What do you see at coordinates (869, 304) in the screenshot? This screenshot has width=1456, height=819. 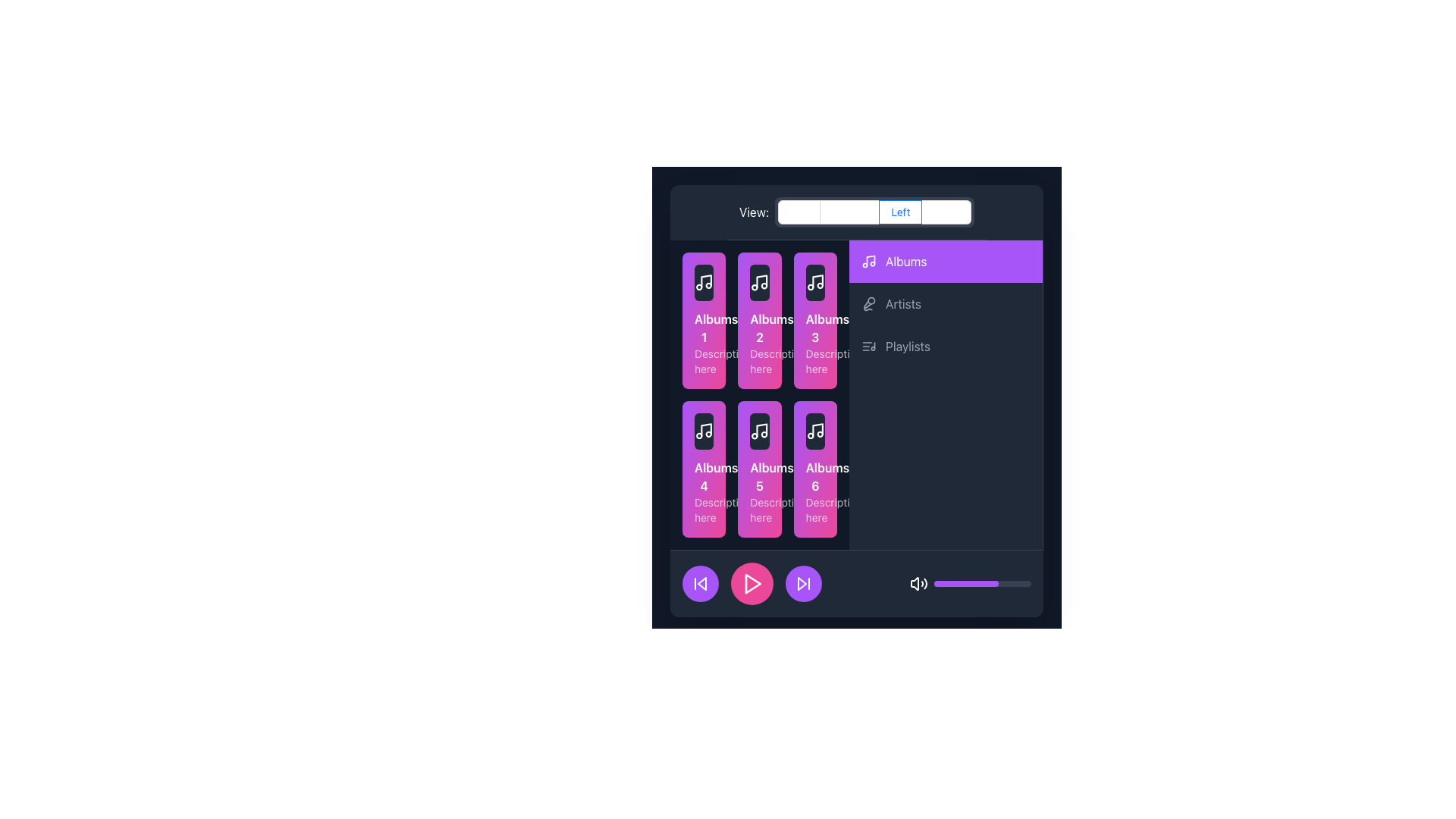 I see `the 'Artists' icon in the vertical navigation menu, located to the left of the 'Artists' label` at bounding box center [869, 304].